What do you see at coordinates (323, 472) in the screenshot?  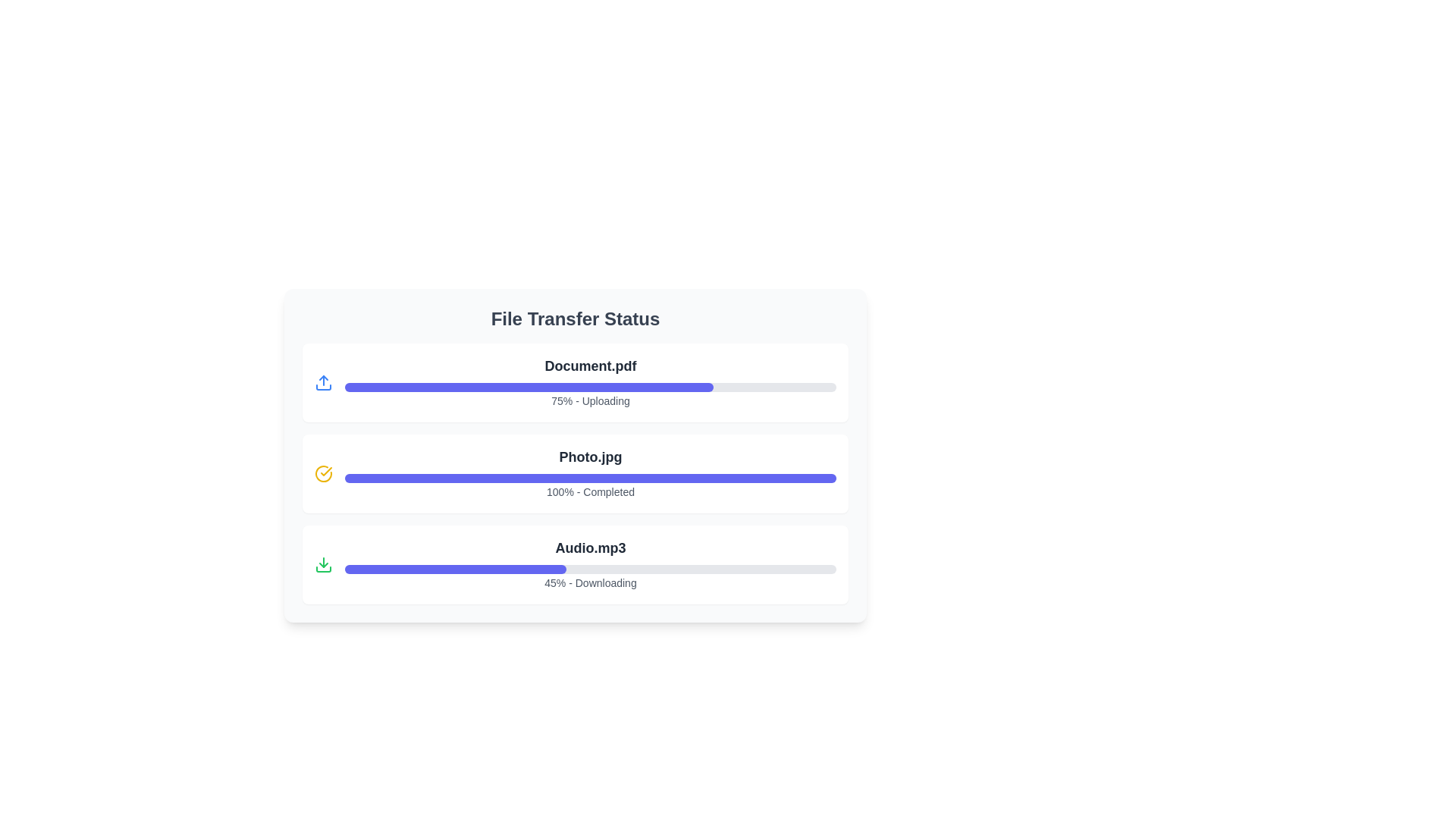 I see `the completion status icon for 'Photo.jpg'` at bounding box center [323, 472].